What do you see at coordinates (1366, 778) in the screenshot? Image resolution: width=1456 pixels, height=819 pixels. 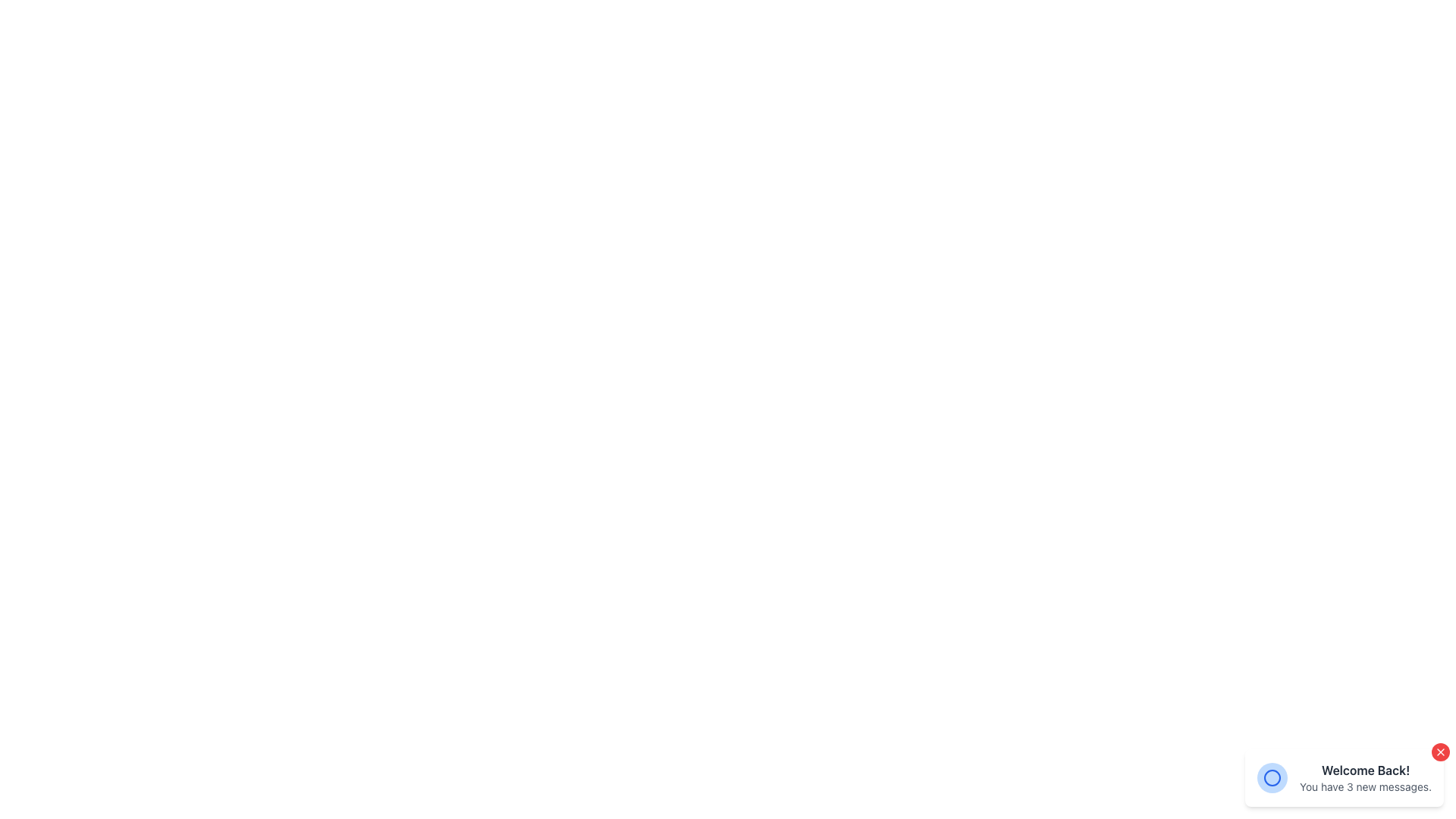 I see `the informational text block that displays a welcome message and the count of new messages, located in the bottom-right corner adjacent to a circular blue icon` at bounding box center [1366, 778].